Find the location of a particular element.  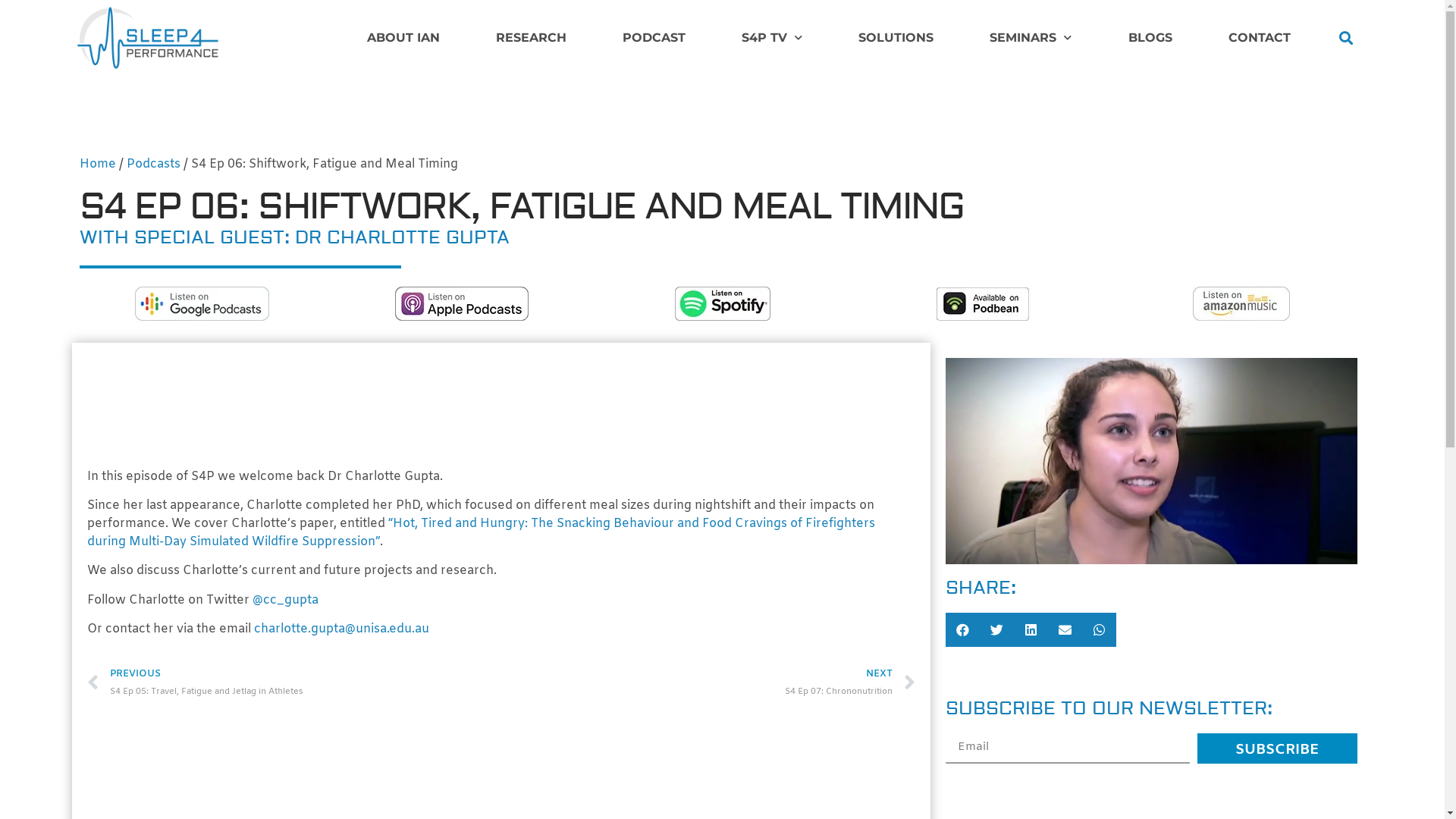

'ABOUT IAN' is located at coordinates (403, 37).